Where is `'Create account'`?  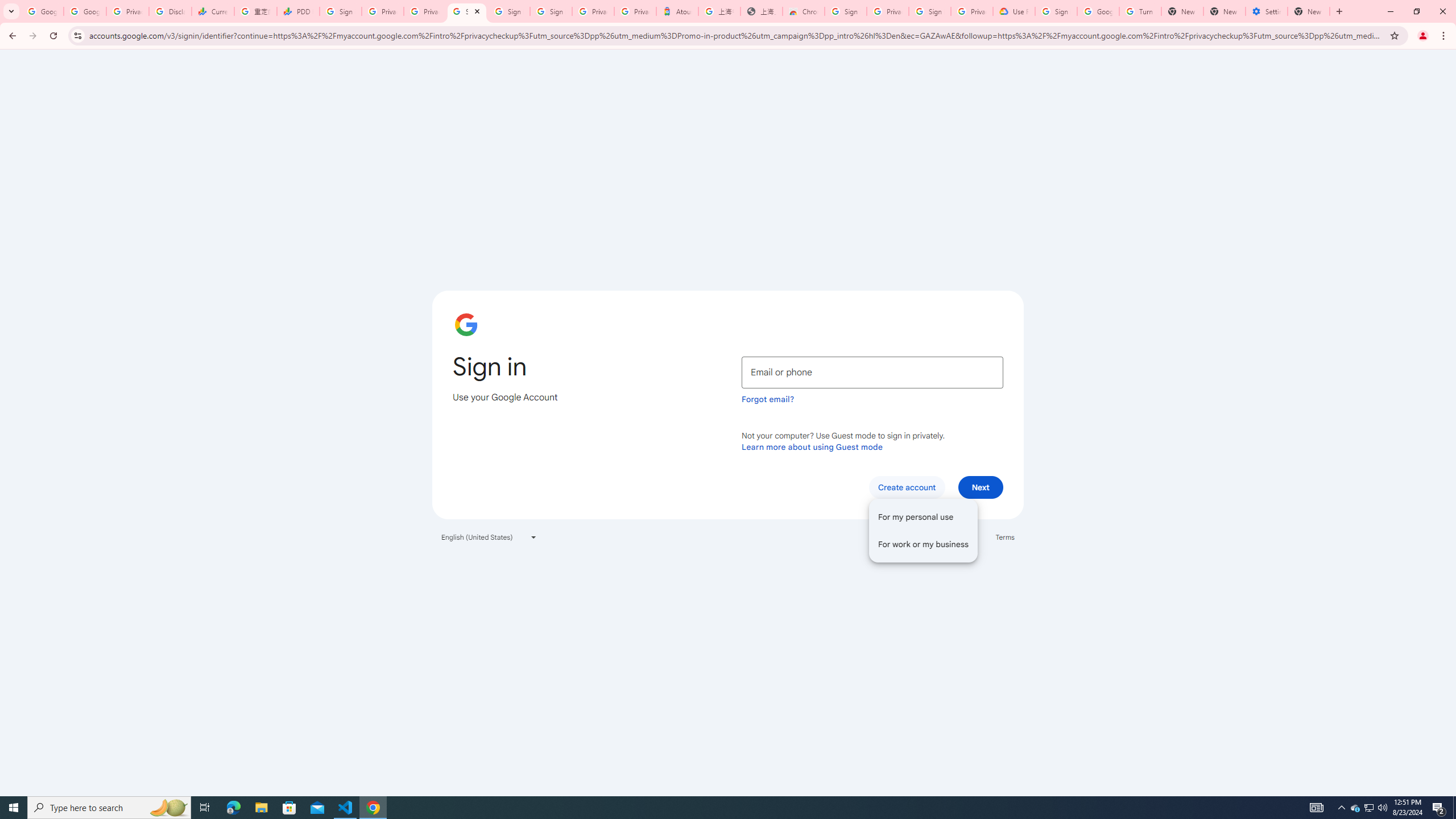 'Create account' is located at coordinates (906, 486).